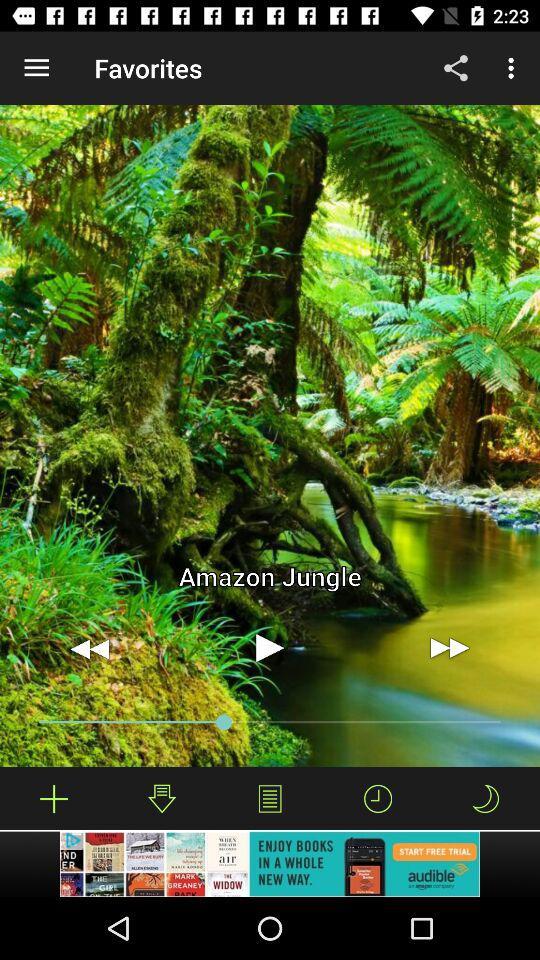 The image size is (540, 960). What do you see at coordinates (270, 798) in the screenshot?
I see `show a sound list` at bounding box center [270, 798].